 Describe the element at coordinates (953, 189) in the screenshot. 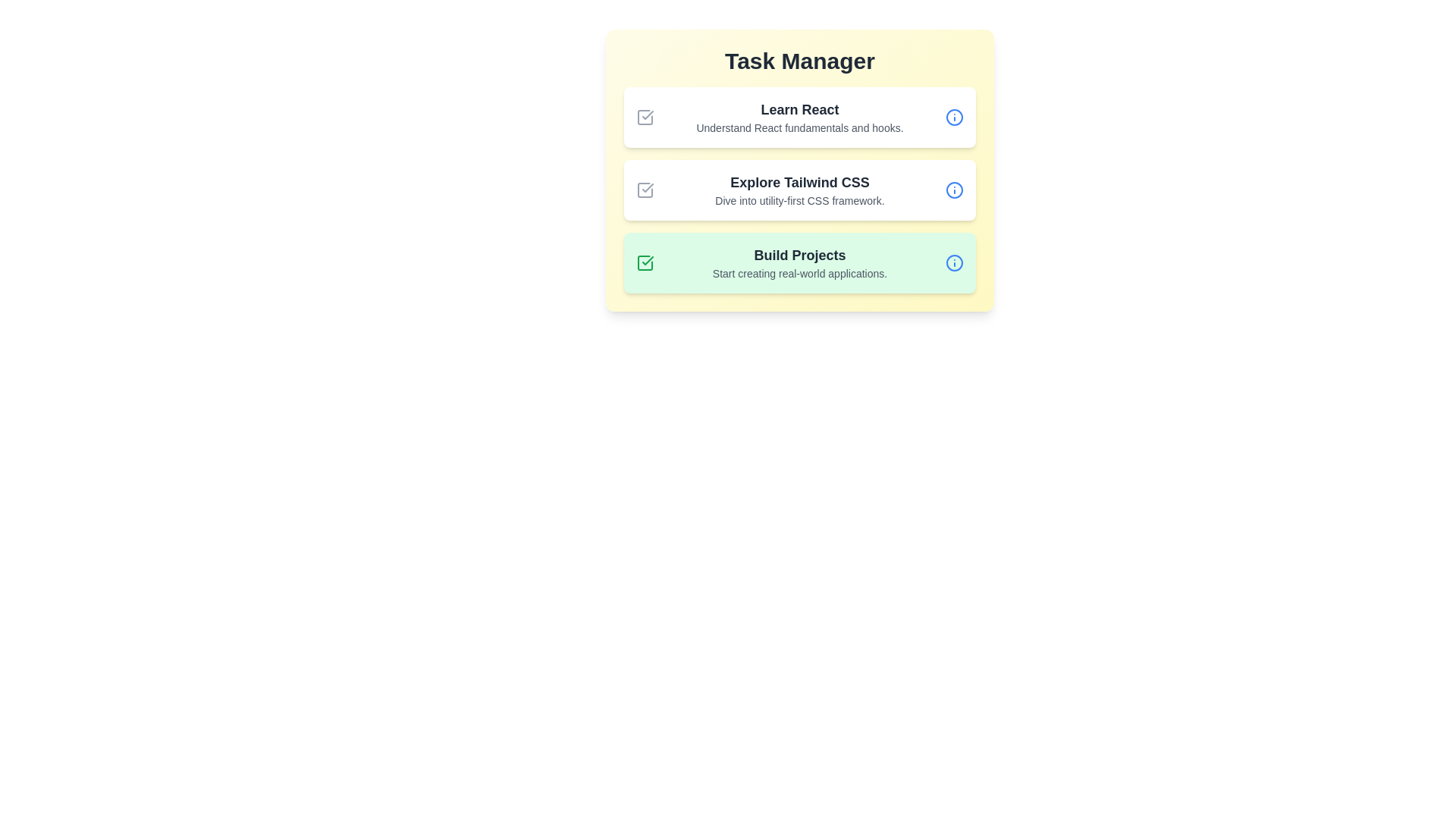

I see `the info icon for the task titled 'Explore Tailwind CSS'` at that location.